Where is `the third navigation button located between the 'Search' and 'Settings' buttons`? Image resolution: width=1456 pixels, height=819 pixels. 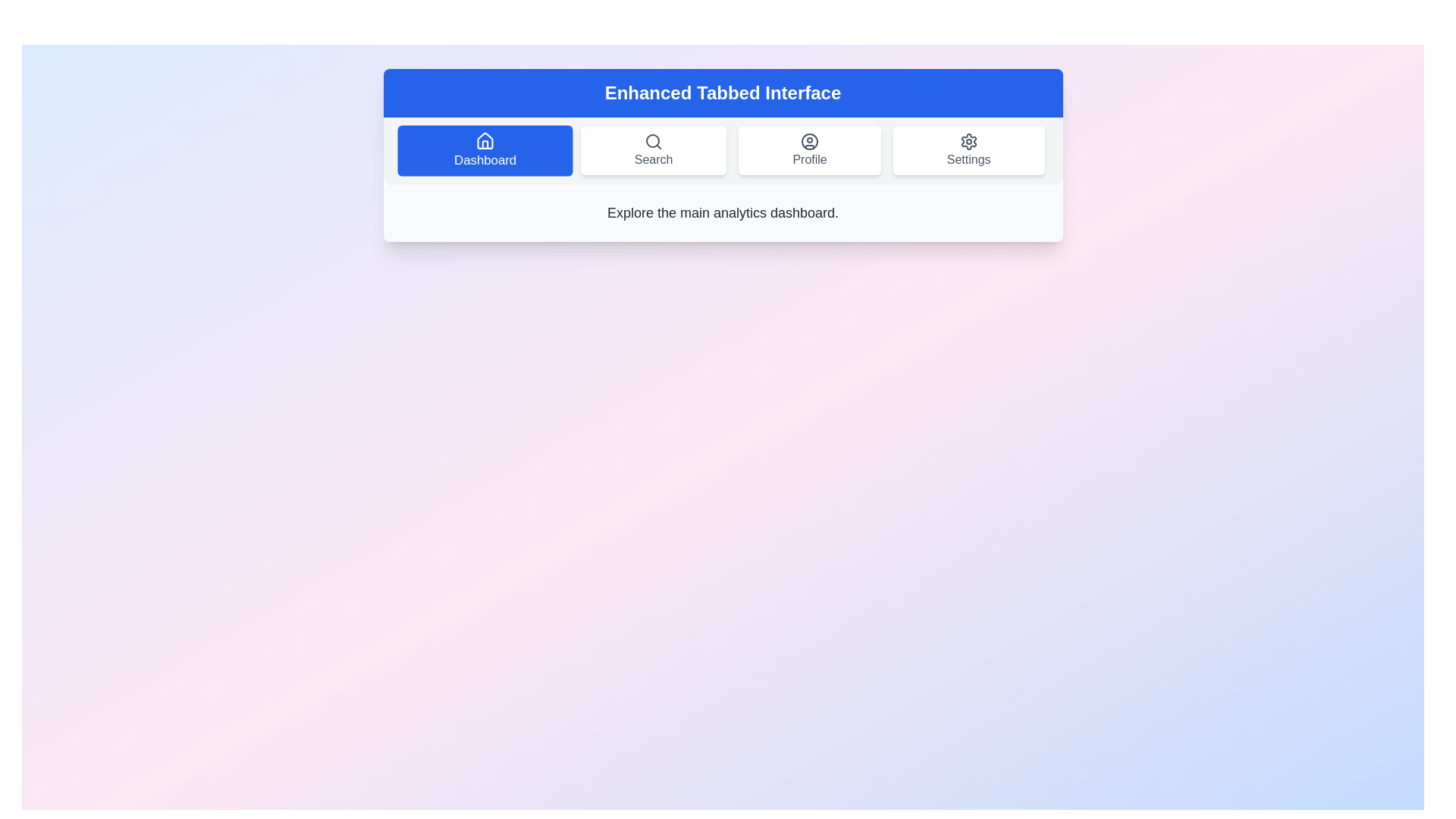 the third navigation button located between the 'Search' and 'Settings' buttons is located at coordinates (809, 151).